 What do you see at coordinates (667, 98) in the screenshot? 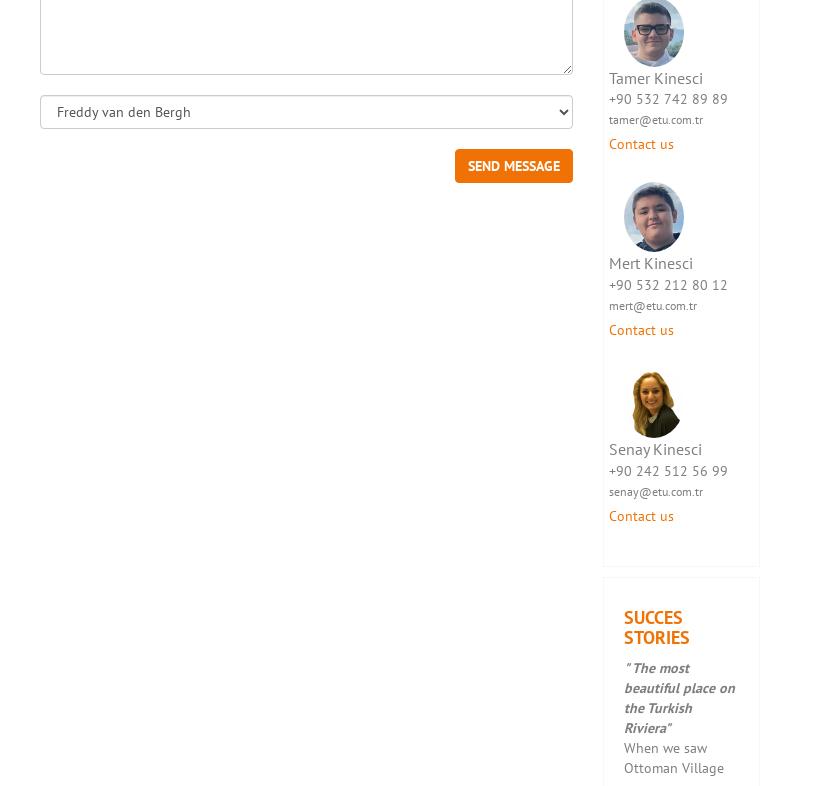
I see `'+90 532 742 89 89'` at bounding box center [667, 98].